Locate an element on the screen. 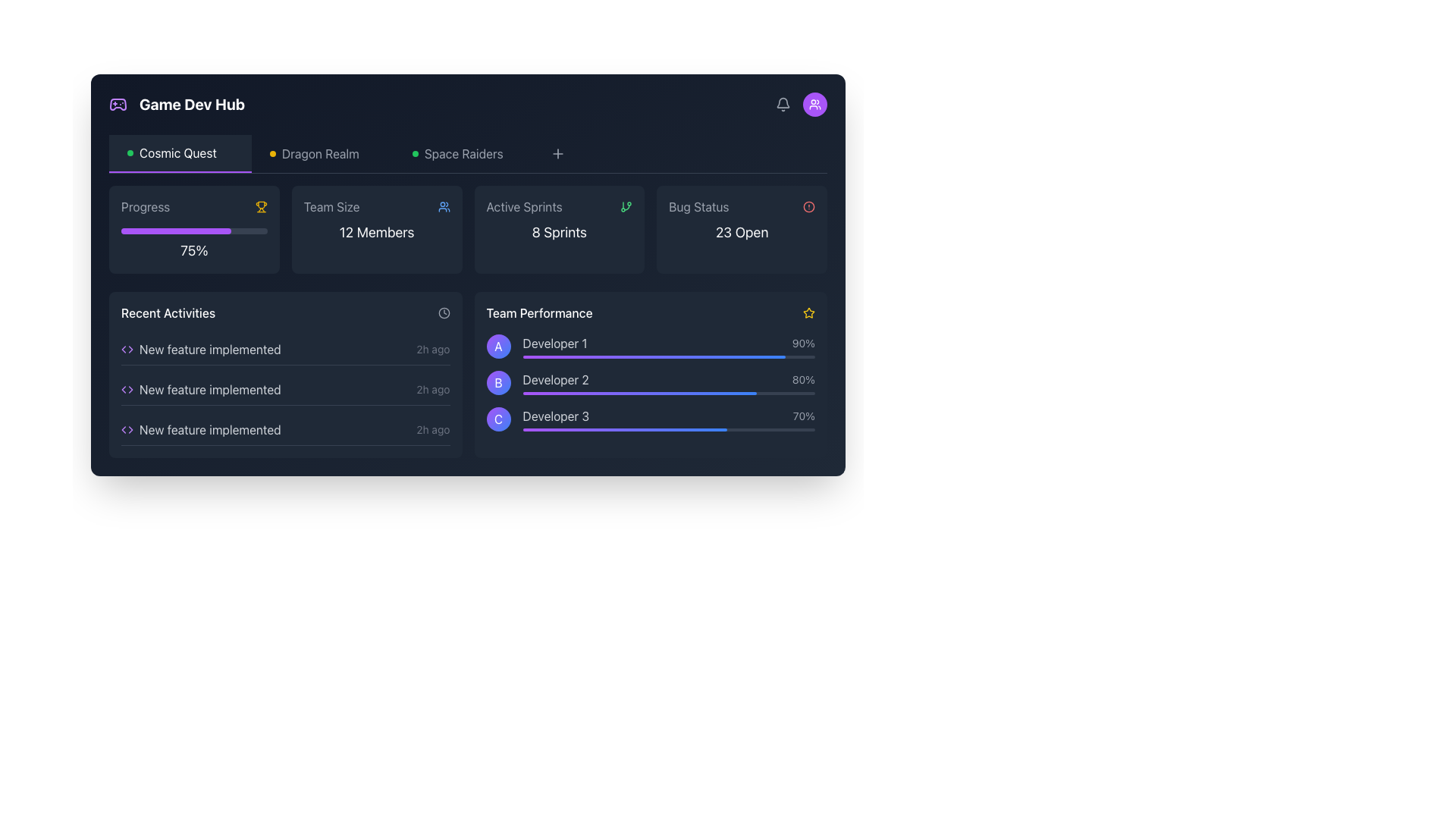  the black gamepad icon with a vivid purple color enhancement, located at the top left corner of the application interface, aligned with the 'Game Dev Hub' title text is located at coordinates (118, 104).